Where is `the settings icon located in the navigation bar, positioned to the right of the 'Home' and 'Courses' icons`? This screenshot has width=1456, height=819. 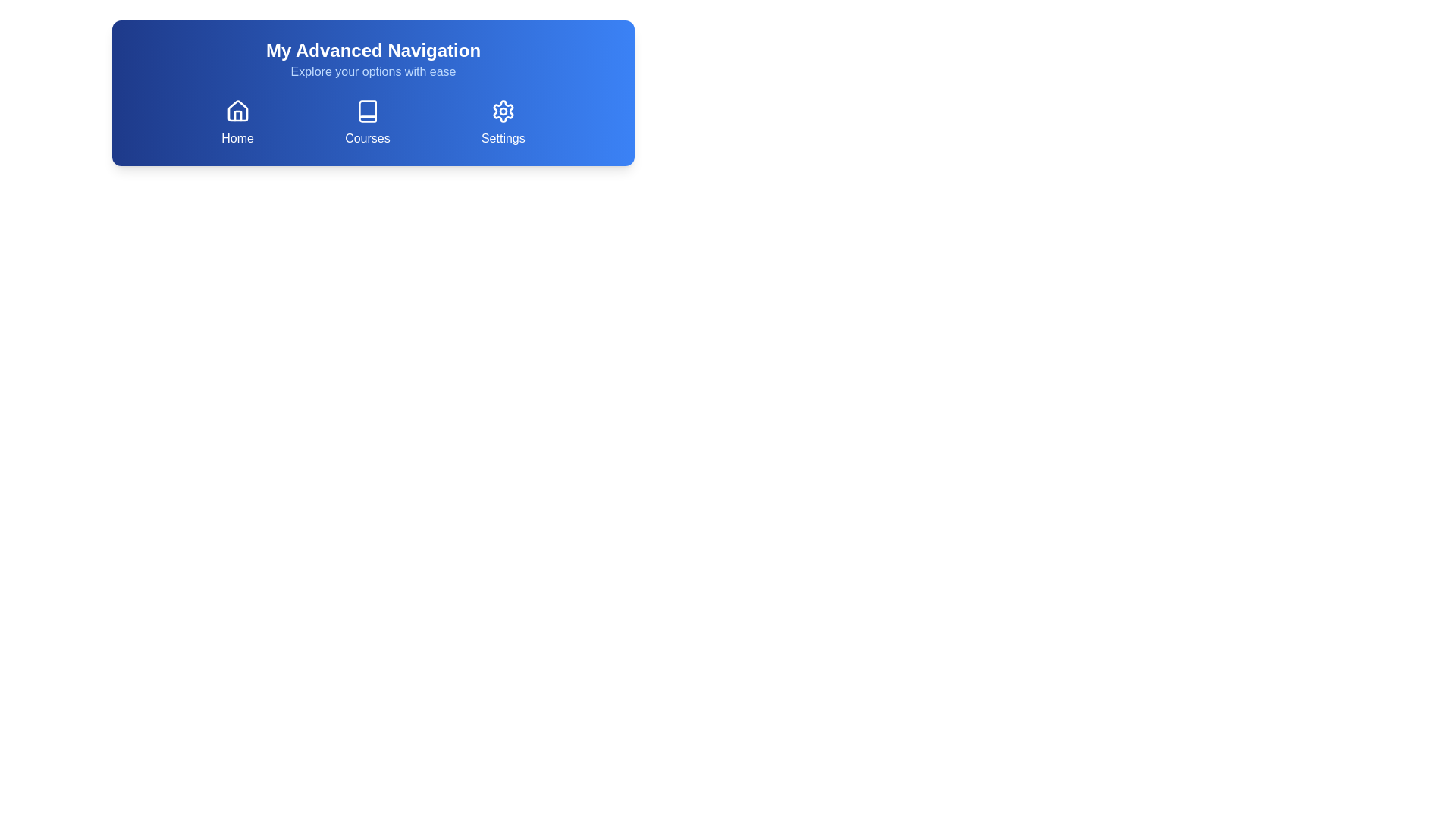
the settings icon located in the navigation bar, positioned to the right of the 'Home' and 'Courses' icons is located at coordinates (503, 110).